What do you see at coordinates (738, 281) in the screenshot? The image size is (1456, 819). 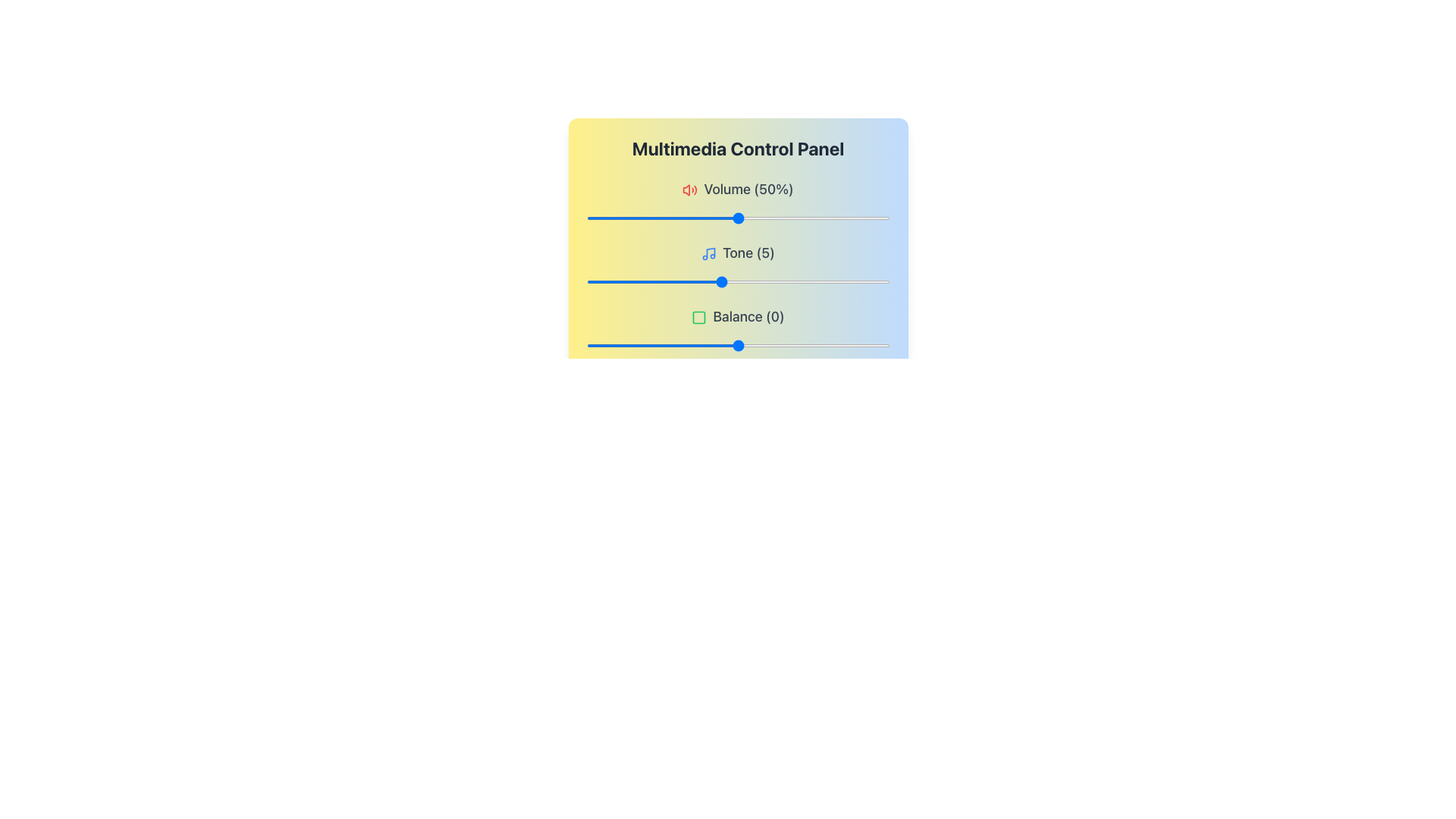 I see `the Range slider, which is a thin horizontal slider with a blue circular thumb, located below the 'Tone (5)' label and above the 'Balance' slider, to provide visual feedback` at bounding box center [738, 281].